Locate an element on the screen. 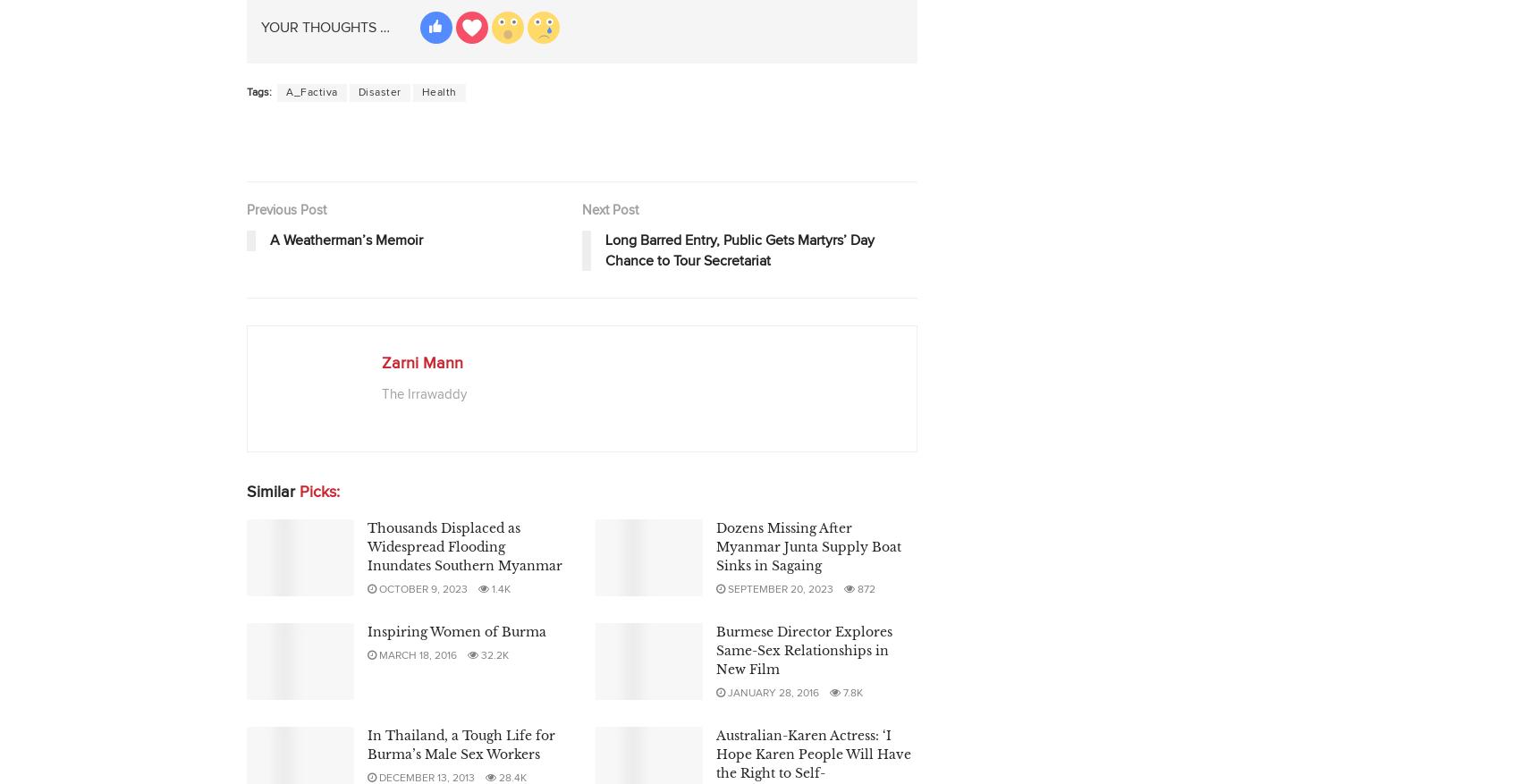 The width and height of the screenshot is (1513, 784). 'Disaster' is located at coordinates (378, 92).